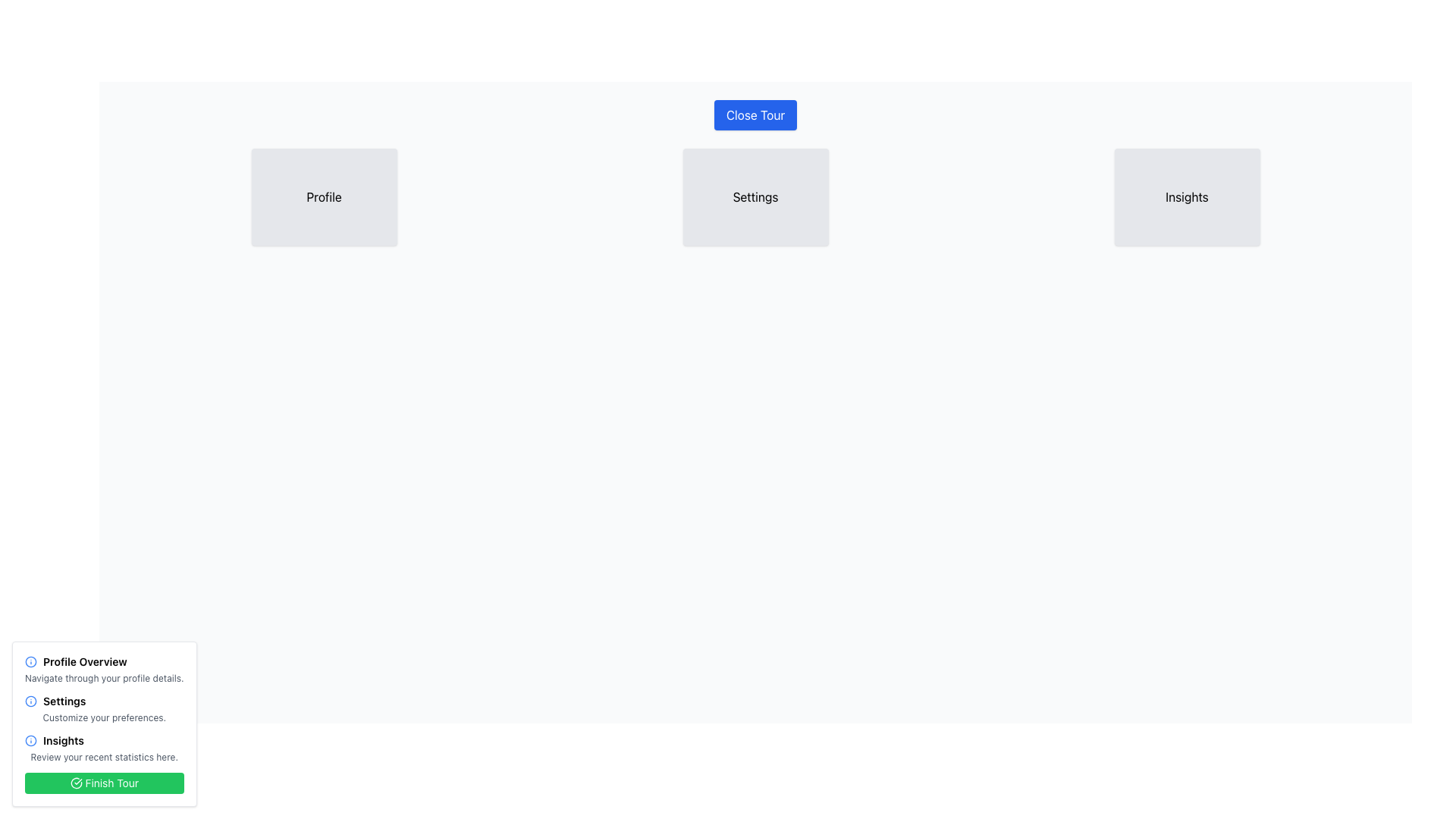 The height and width of the screenshot is (819, 1456). Describe the element at coordinates (755, 196) in the screenshot. I see `the 'Settings' button, which is a rectangular button with a light gray background, rounded corners, and shadow effect, located in the center of three buttons in a horizontal row` at that location.